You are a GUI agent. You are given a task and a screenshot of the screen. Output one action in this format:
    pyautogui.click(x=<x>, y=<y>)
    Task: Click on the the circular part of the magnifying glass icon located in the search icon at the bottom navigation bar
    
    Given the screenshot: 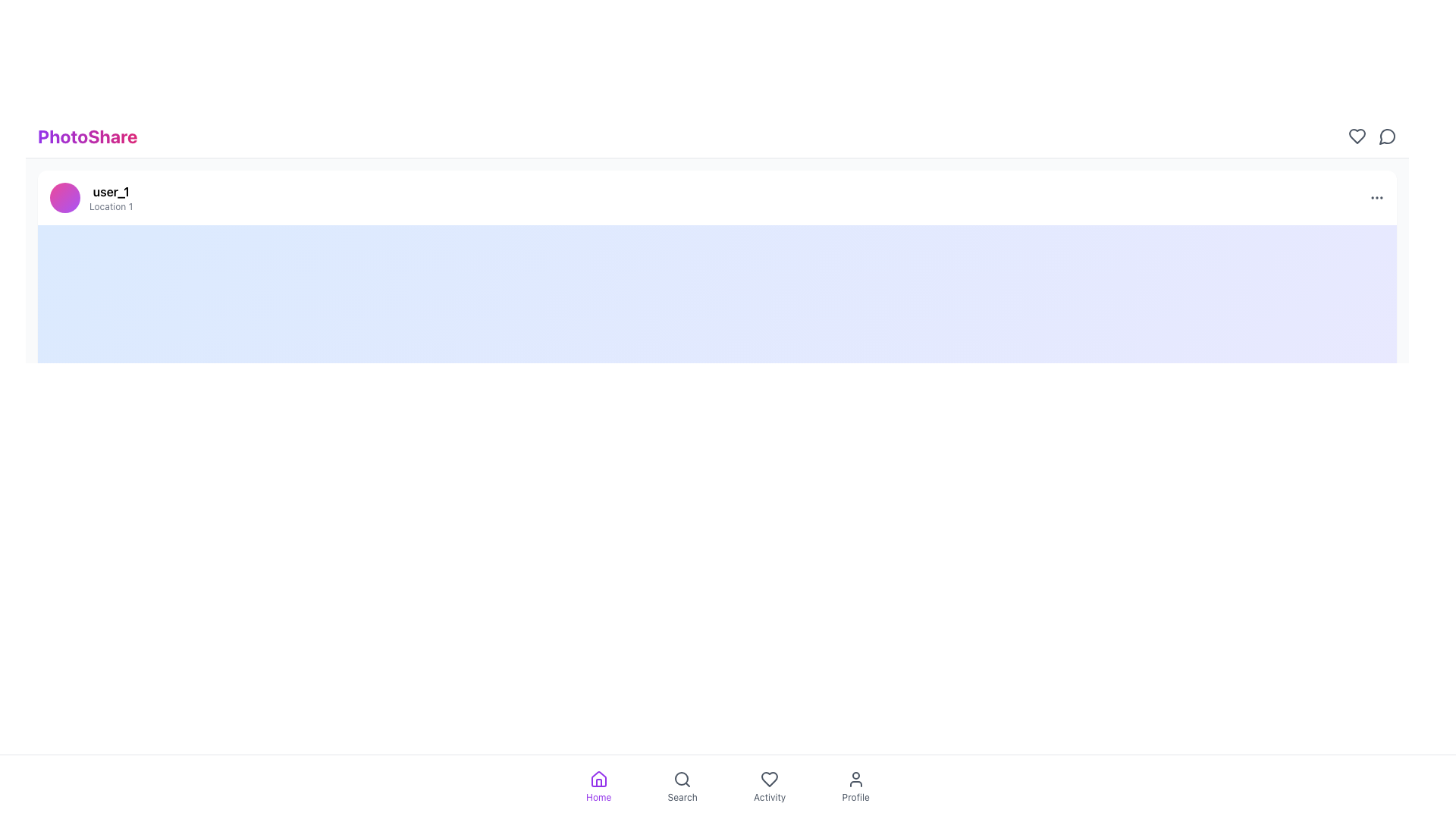 What is the action you would take?
    pyautogui.click(x=681, y=778)
    